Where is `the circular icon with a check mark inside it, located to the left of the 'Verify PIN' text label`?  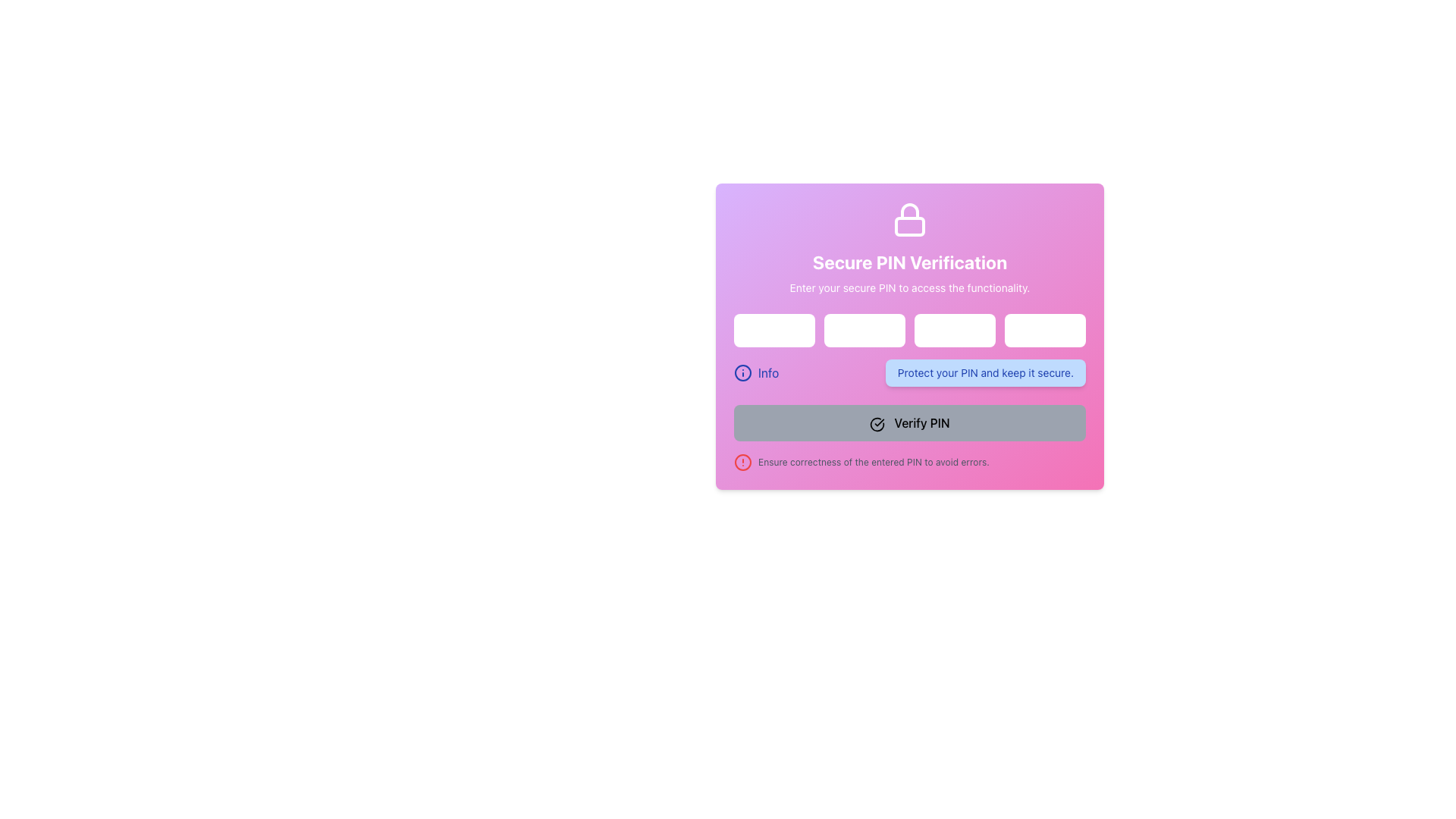 the circular icon with a check mark inside it, located to the left of the 'Verify PIN' text label is located at coordinates (877, 424).